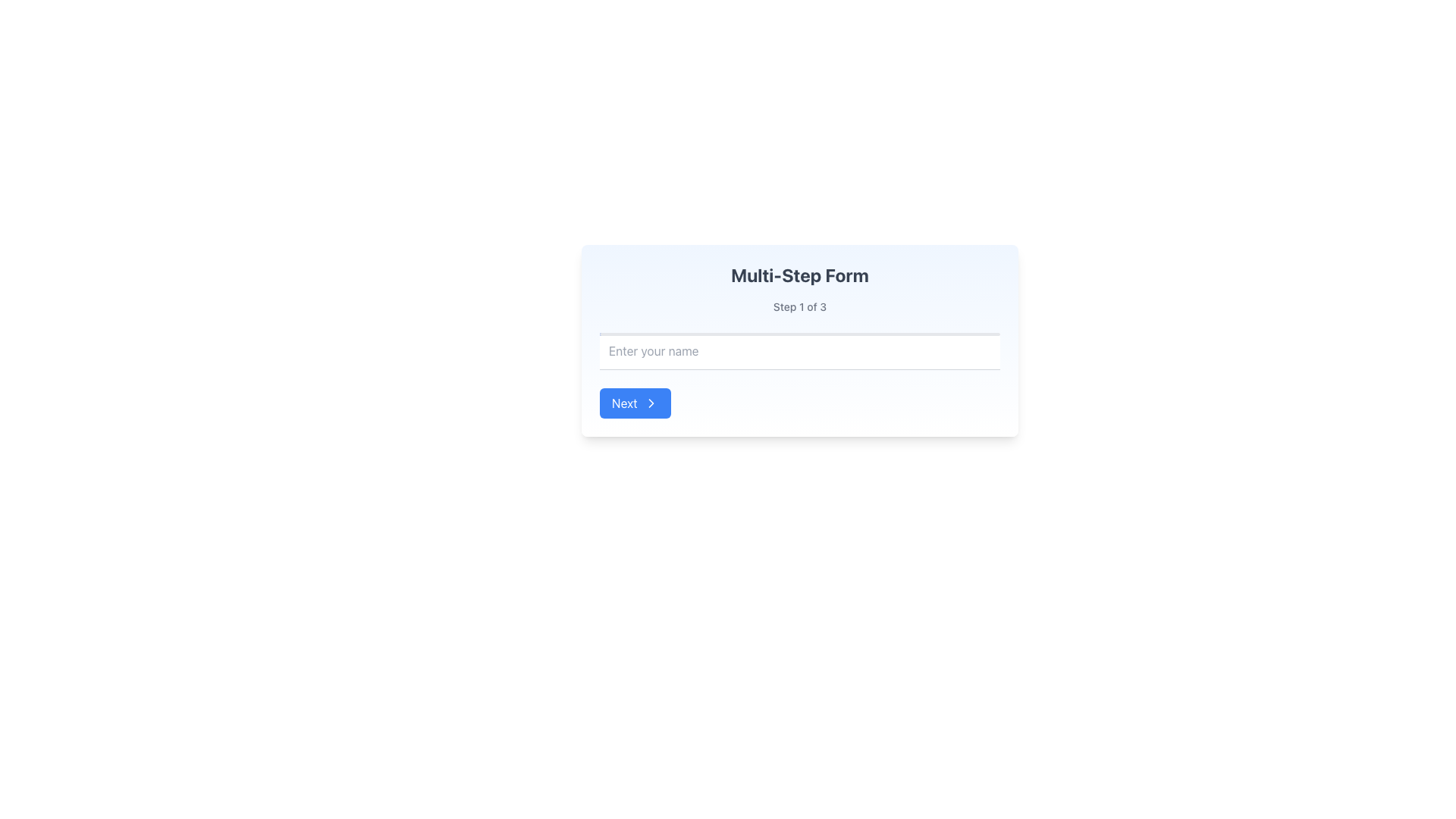 This screenshot has width=1456, height=819. What do you see at coordinates (799, 275) in the screenshot?
I see `the Header Text element, which serves as a title for the form located at the top of a rectangular card component, positioned above the subtitle 'Step 1 of 3'` at bounding box center [799, 275].